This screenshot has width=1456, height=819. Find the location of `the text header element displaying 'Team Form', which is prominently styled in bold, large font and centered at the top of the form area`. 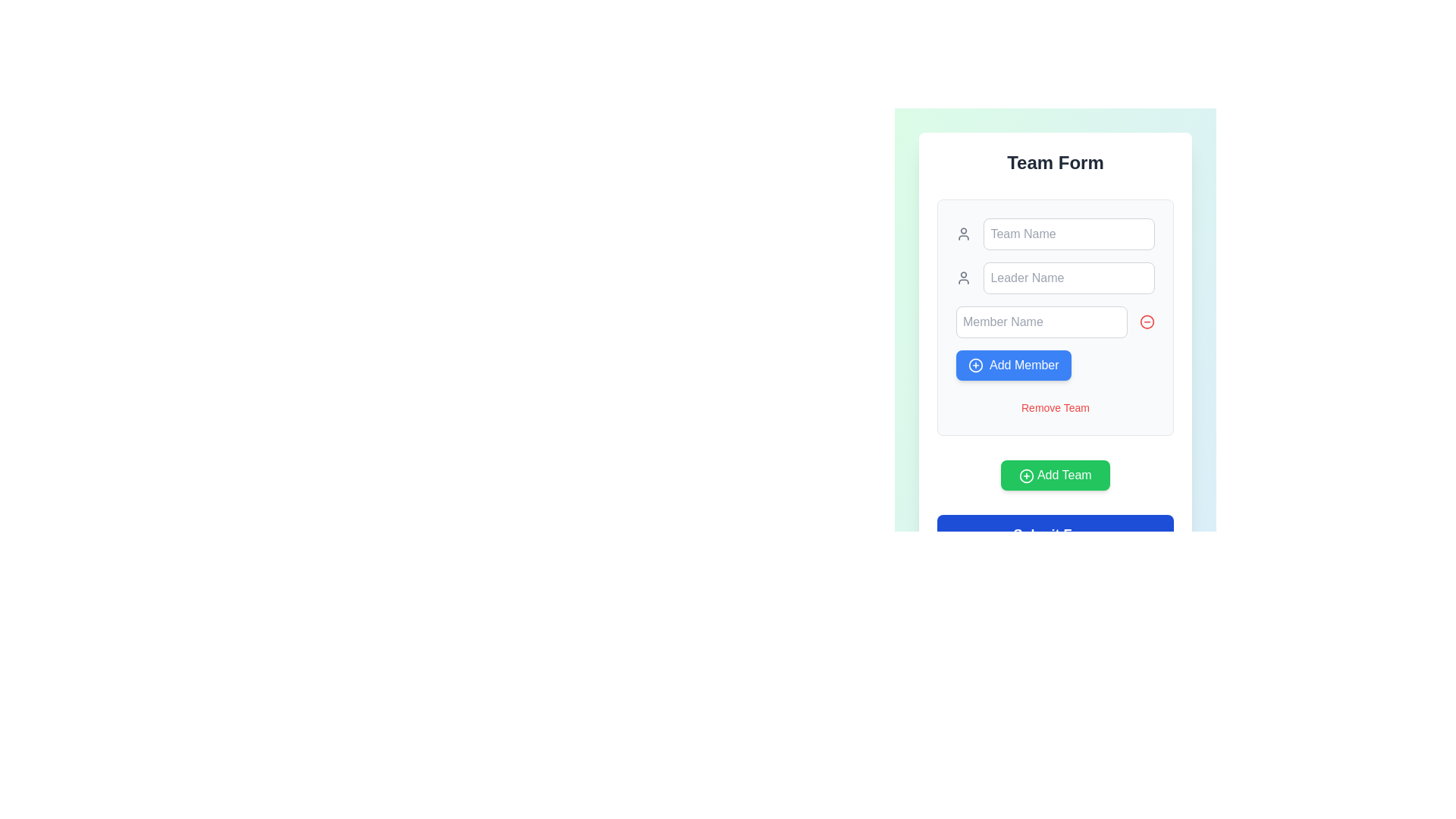

the text header element displaying 'Team Form', which is prominently styled in bold, large font and centered at the top of the form area is located at coordinates (1055, 163).